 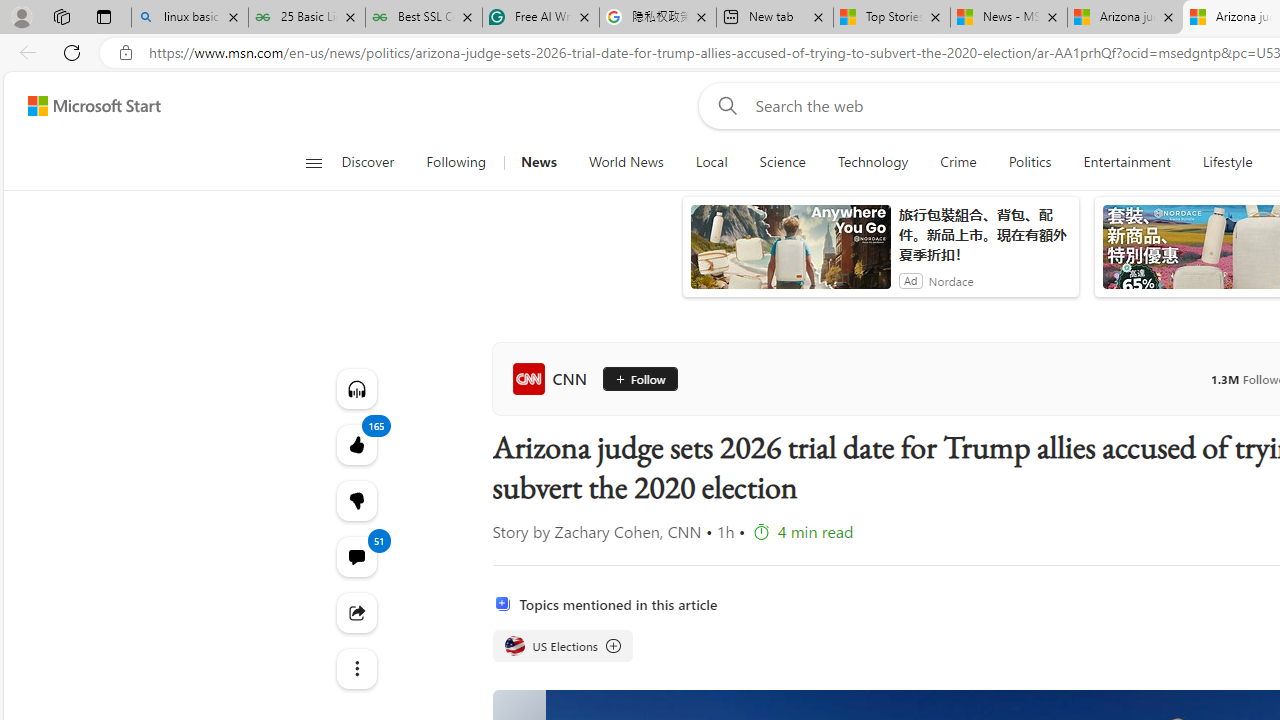 I want to click on 'Listen to this article', so click(x=356, y=388).